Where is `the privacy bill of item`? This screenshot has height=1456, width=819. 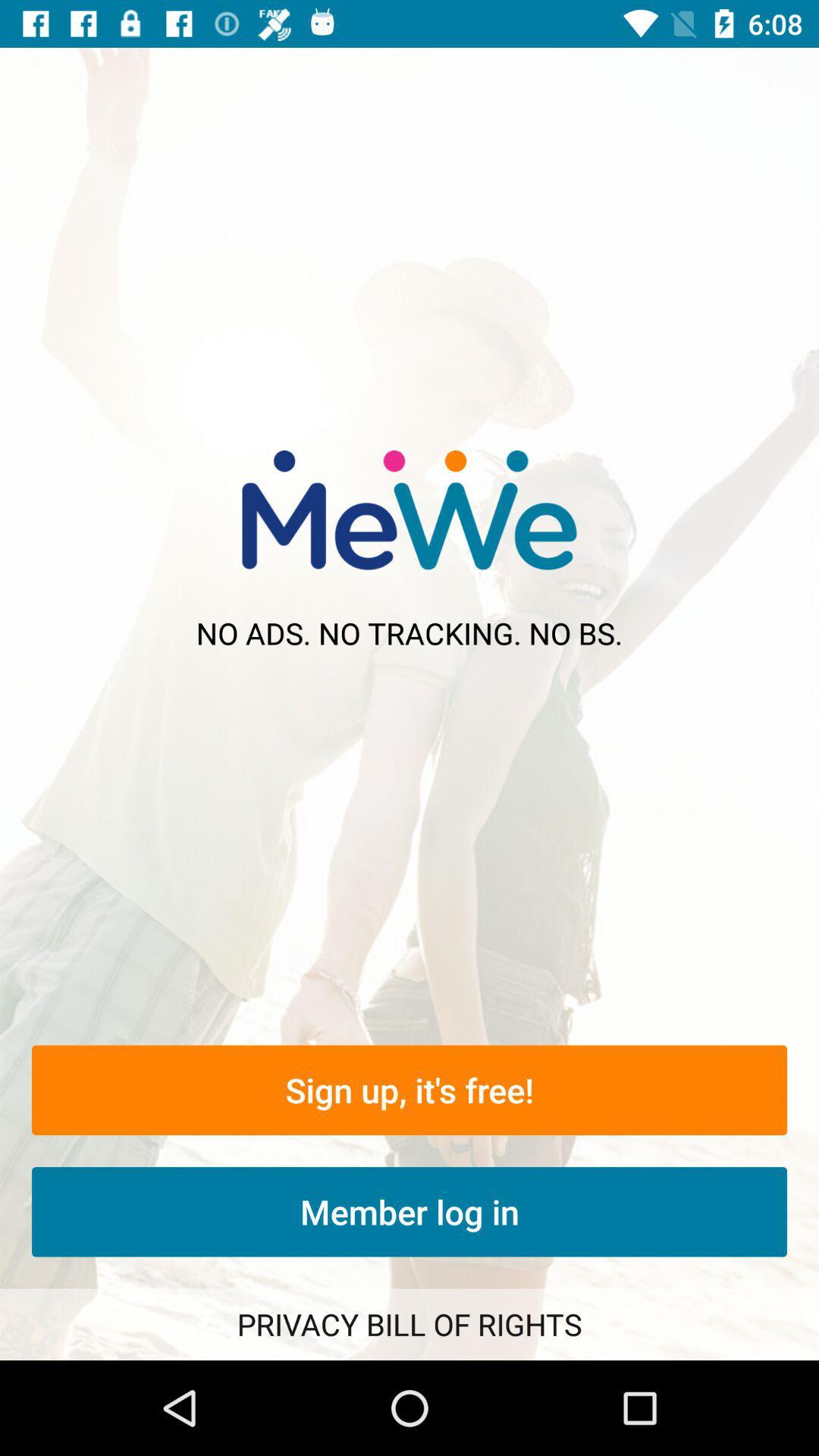
the privacy bill of item is located at coordinates (409, 1323).